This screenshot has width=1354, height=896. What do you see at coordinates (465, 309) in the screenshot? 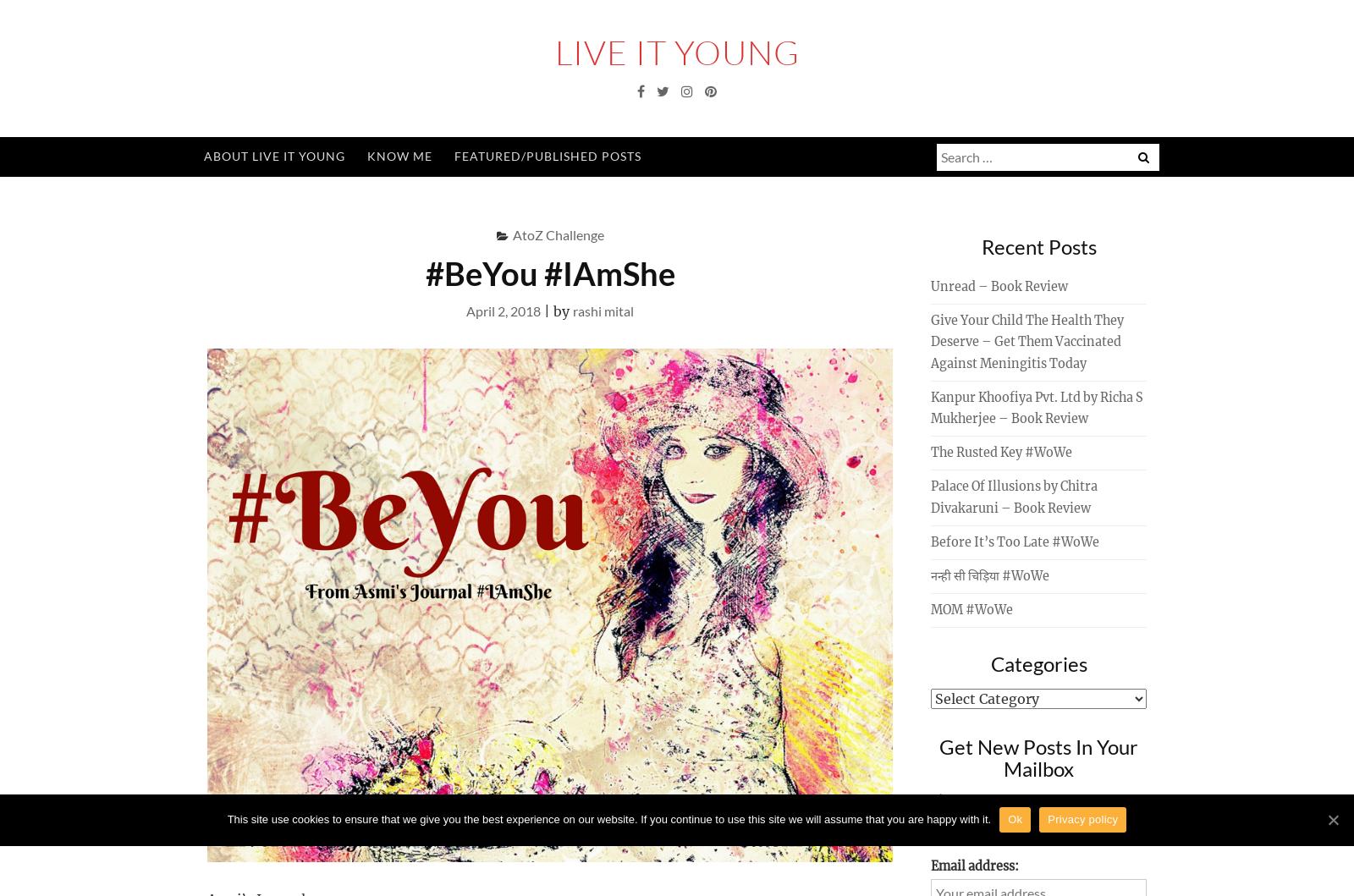
I see `'April 2, 2018'` at bounding box center [465, 309].